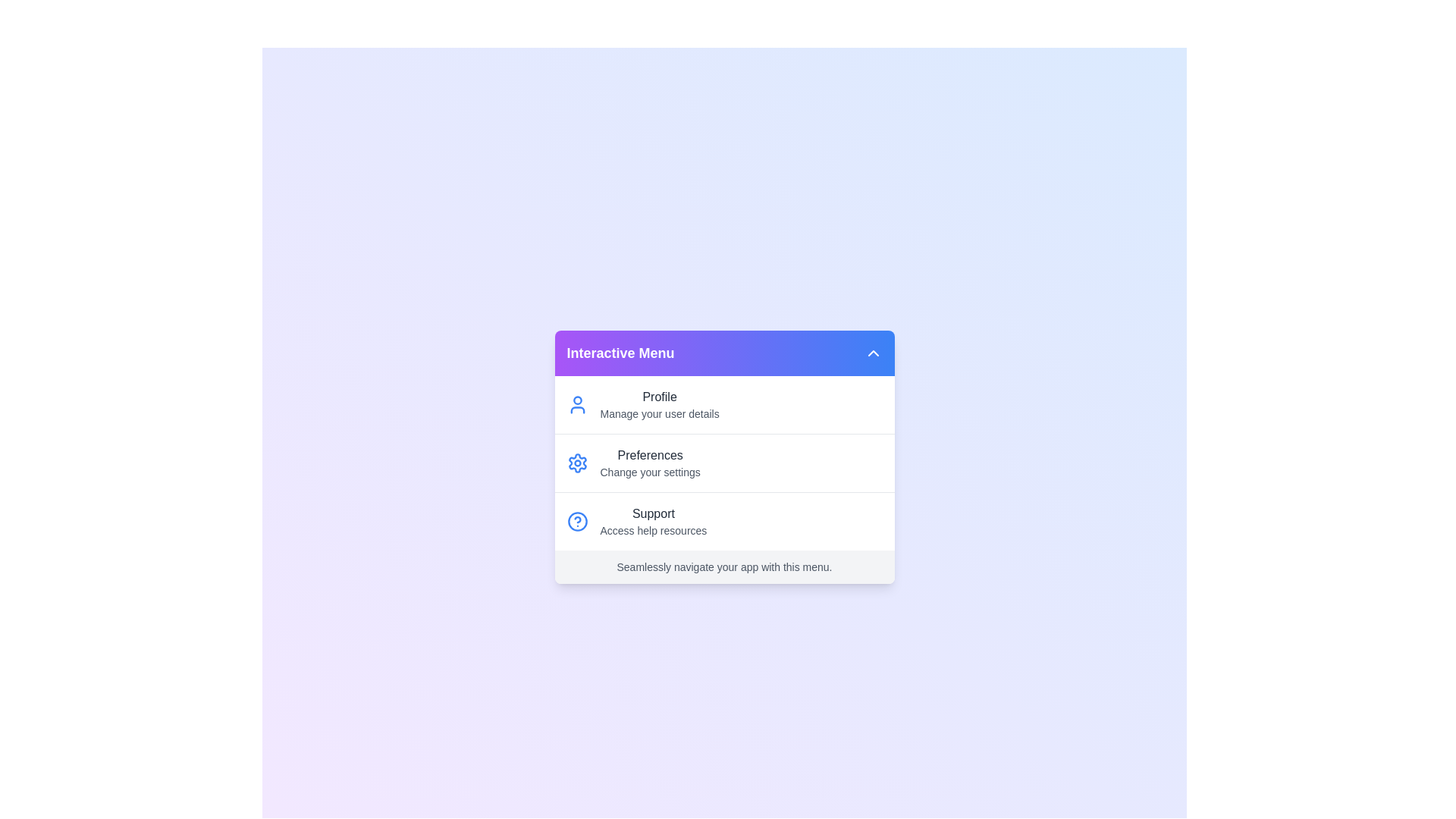 This screenshot has width=1456, height=819. Describe the element at coordinates (653, 520) in the screenshot. I see `the 'Support' option in the menu` at that location.